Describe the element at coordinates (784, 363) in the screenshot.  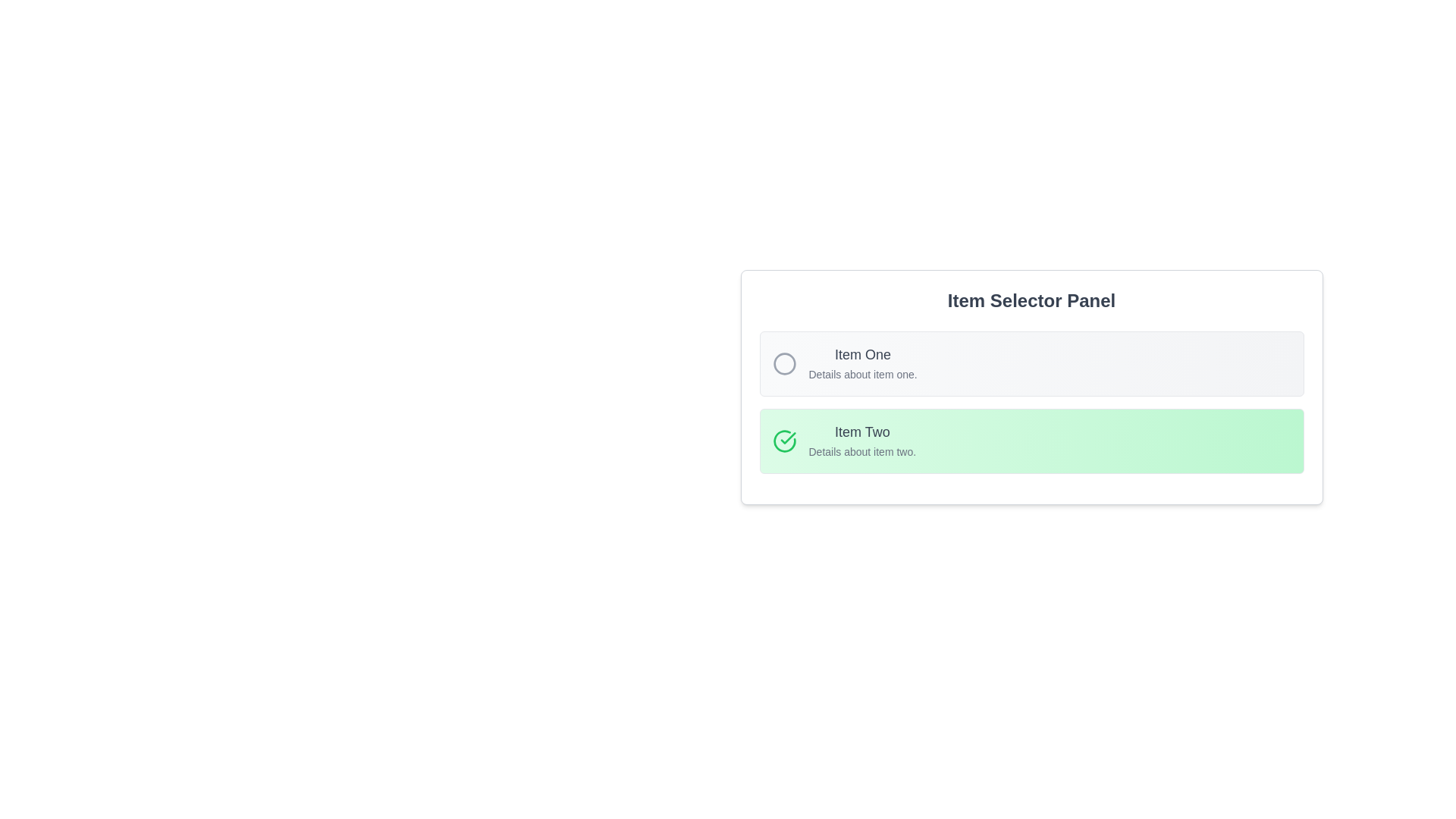
I see `the empty circular icon with a gray outline located on the left side of the 'Item One' section` at that location.